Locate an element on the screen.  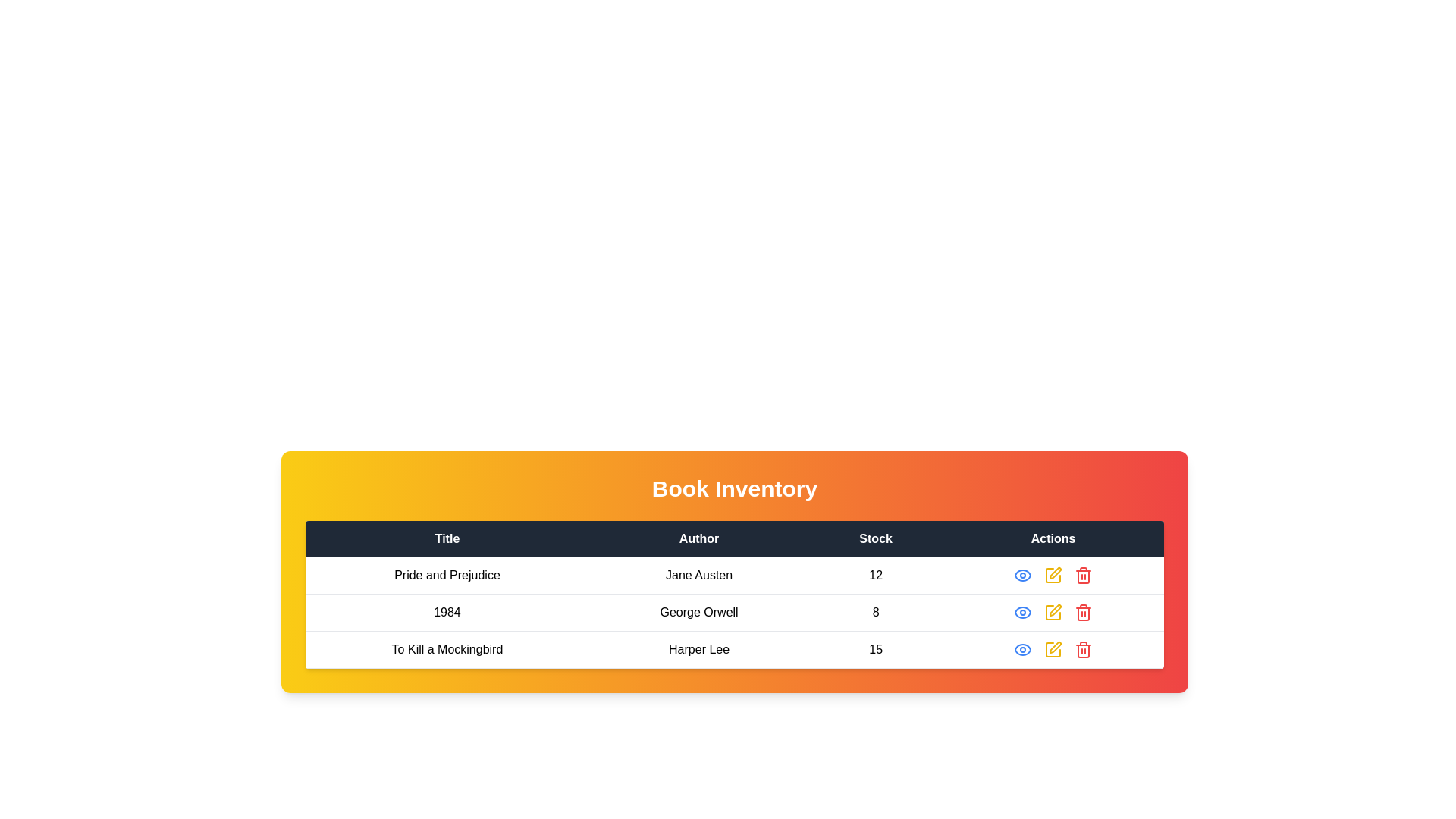
the 'Title' column header in the table, which indicates the data below pertains to book titles is located at coordinates (447, 538).